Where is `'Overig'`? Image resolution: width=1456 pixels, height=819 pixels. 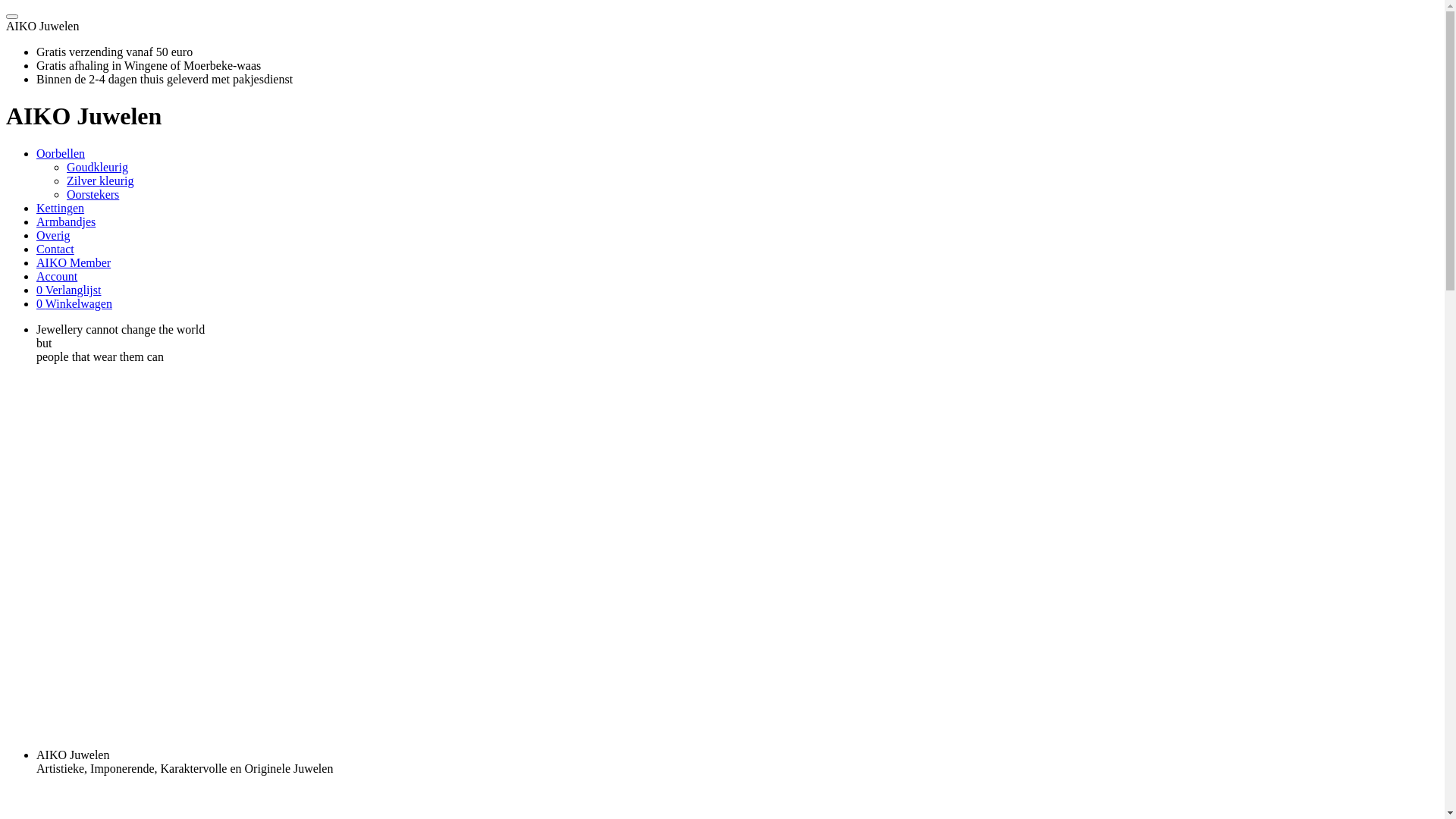 'Overig' is located at coordinates (53, 235).